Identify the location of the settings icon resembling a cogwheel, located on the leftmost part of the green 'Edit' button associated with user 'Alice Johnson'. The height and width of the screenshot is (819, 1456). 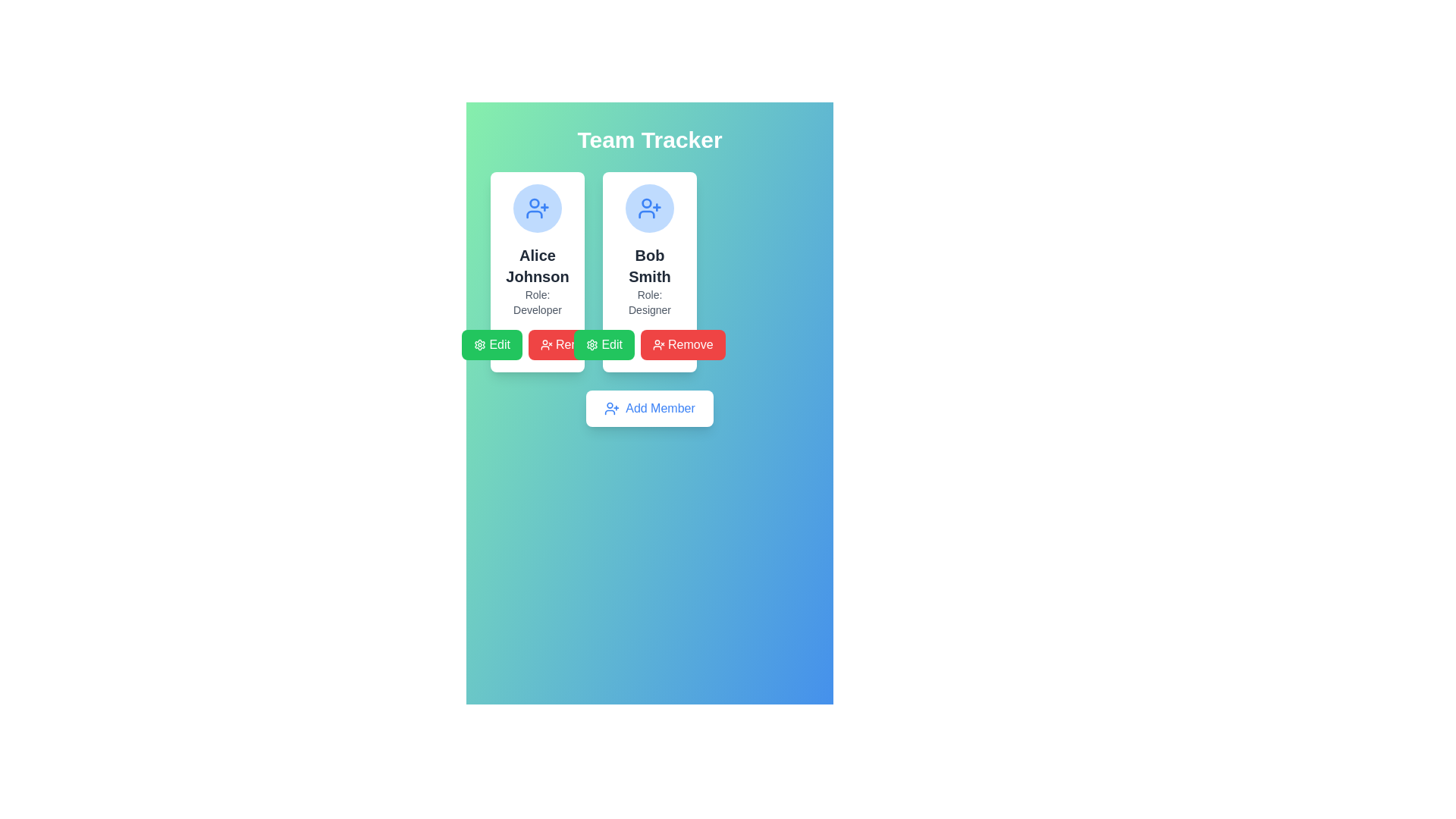
(591, 345).